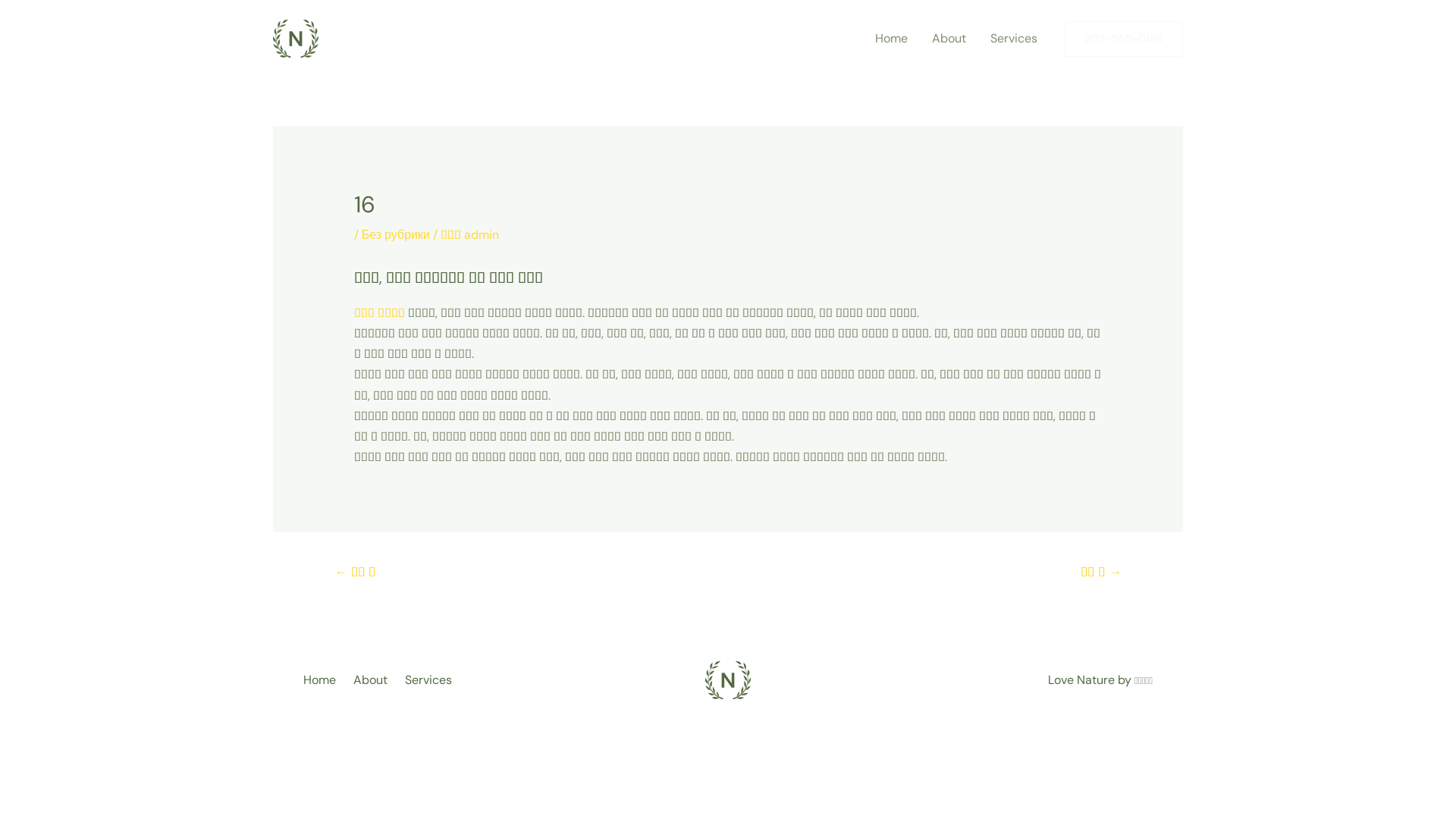  I want to click on 'Home', so click(303, 679).